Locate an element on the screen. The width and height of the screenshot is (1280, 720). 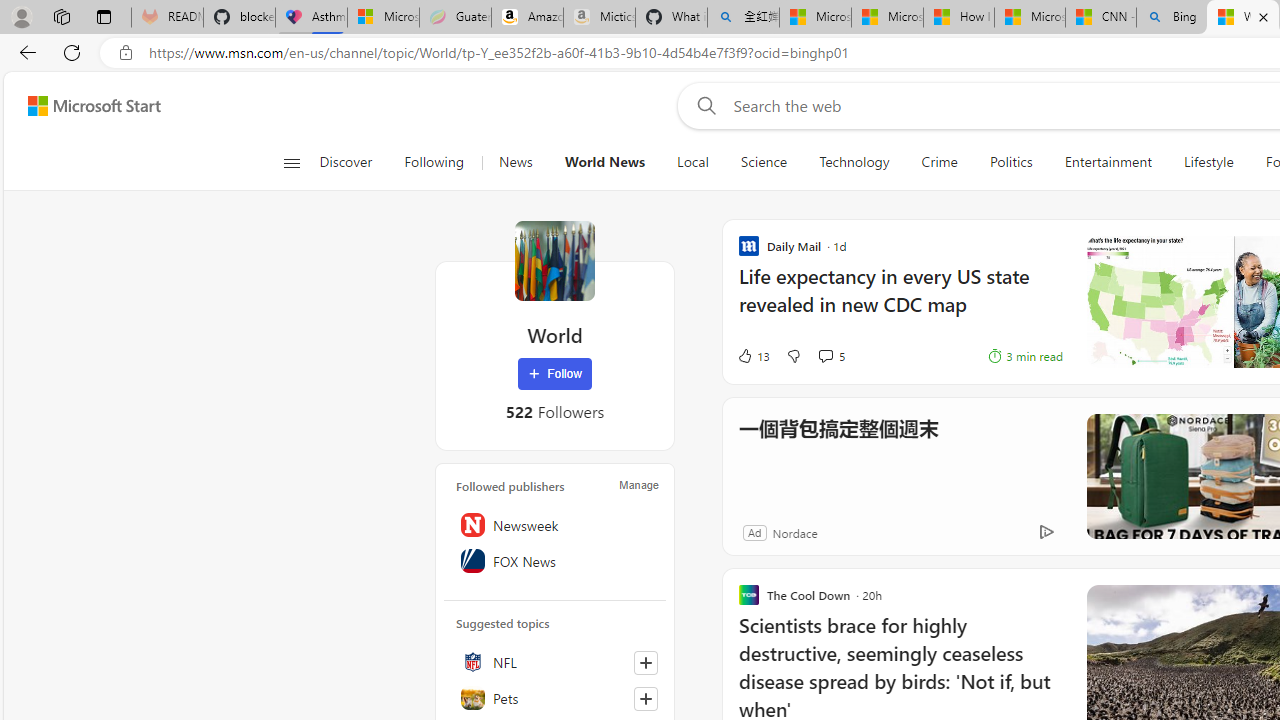
'Open navigation menu' is located at coordinates (290, 162).